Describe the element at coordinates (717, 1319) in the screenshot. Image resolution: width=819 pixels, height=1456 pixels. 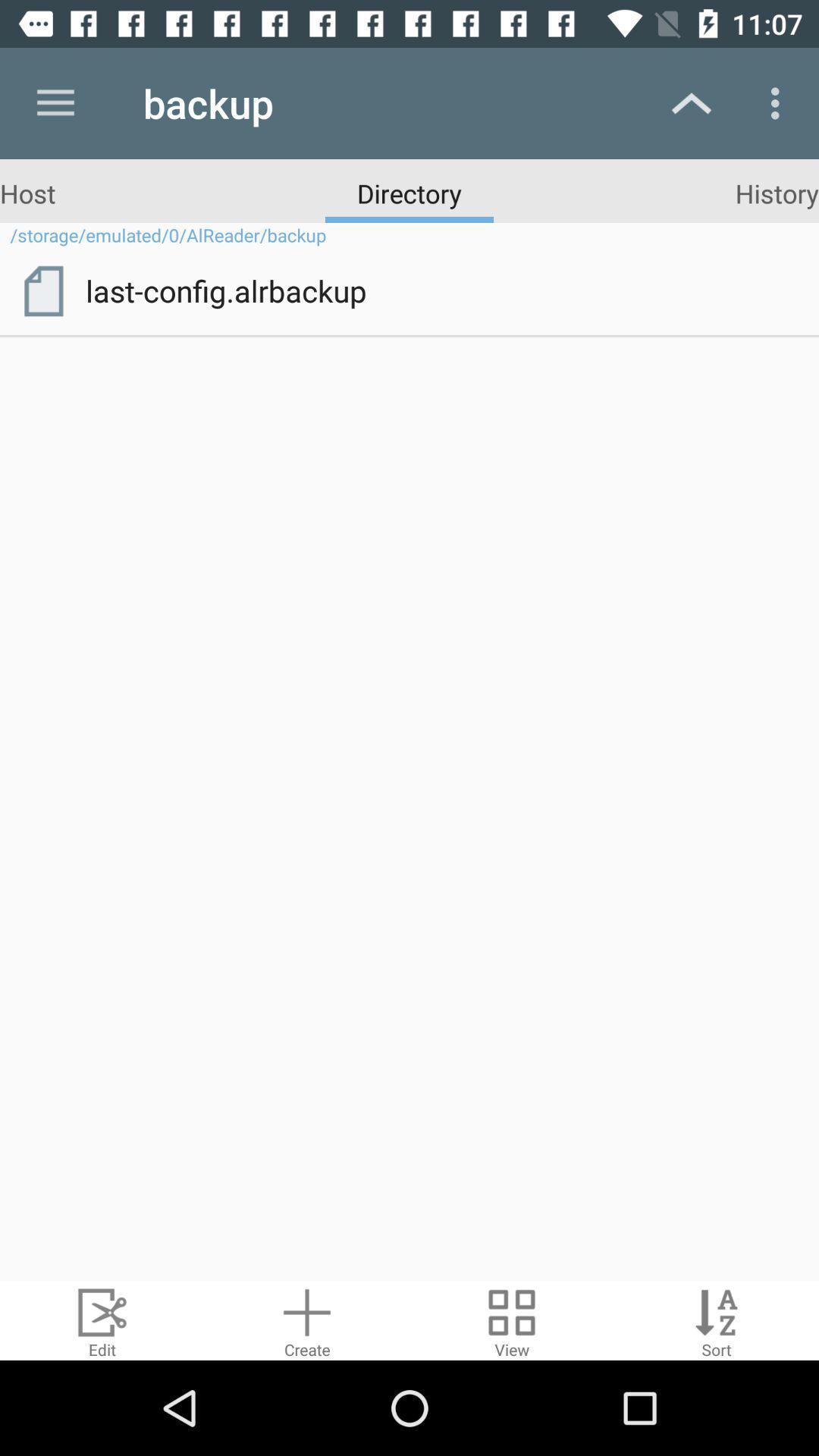
I see `sort alphabetically` at that location.